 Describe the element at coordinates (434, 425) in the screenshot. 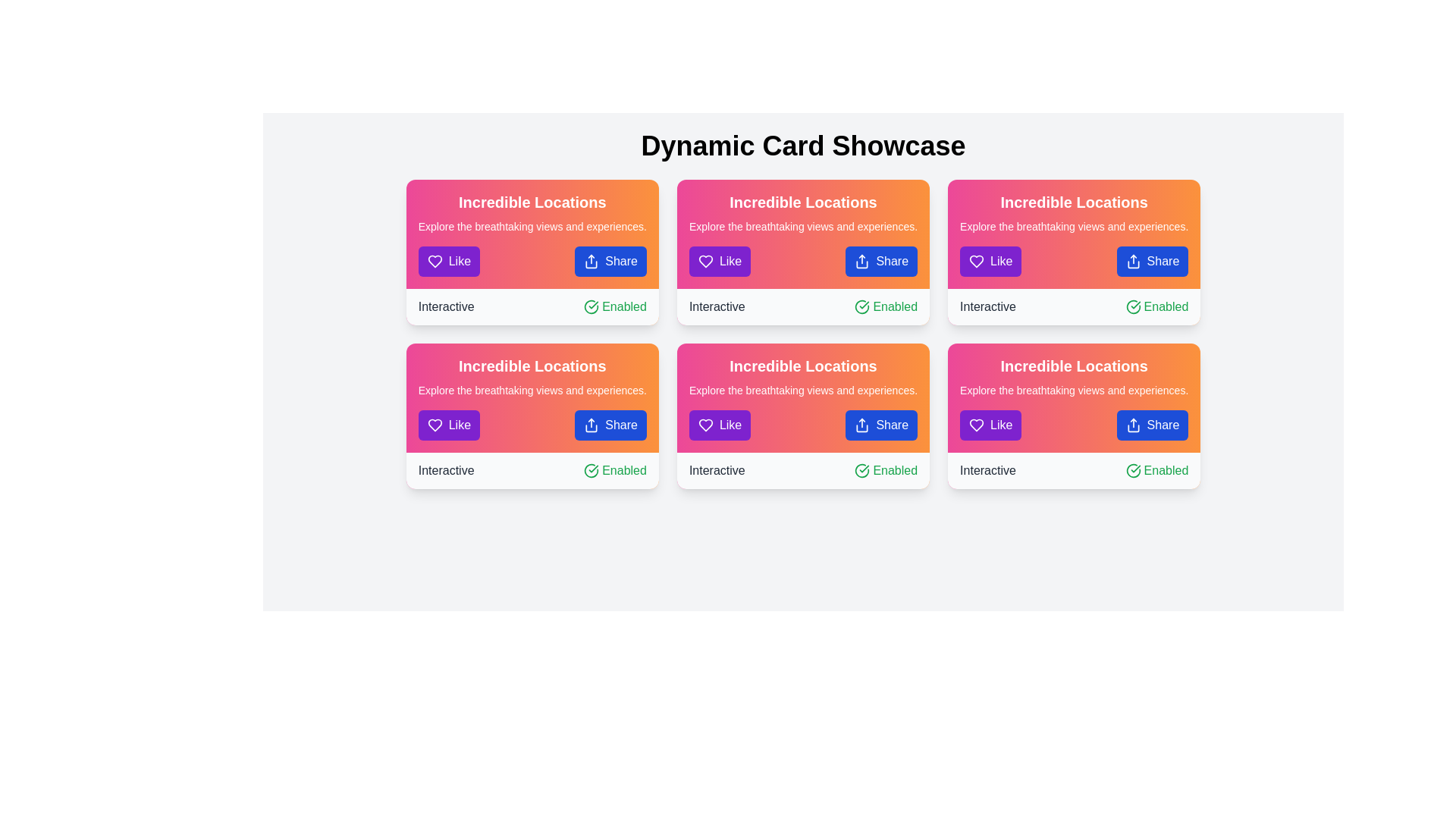

I see `the heart-shaped like icon outlined in purple, located to the left of the 'Like' text label in the lower left section of the card` at that location.